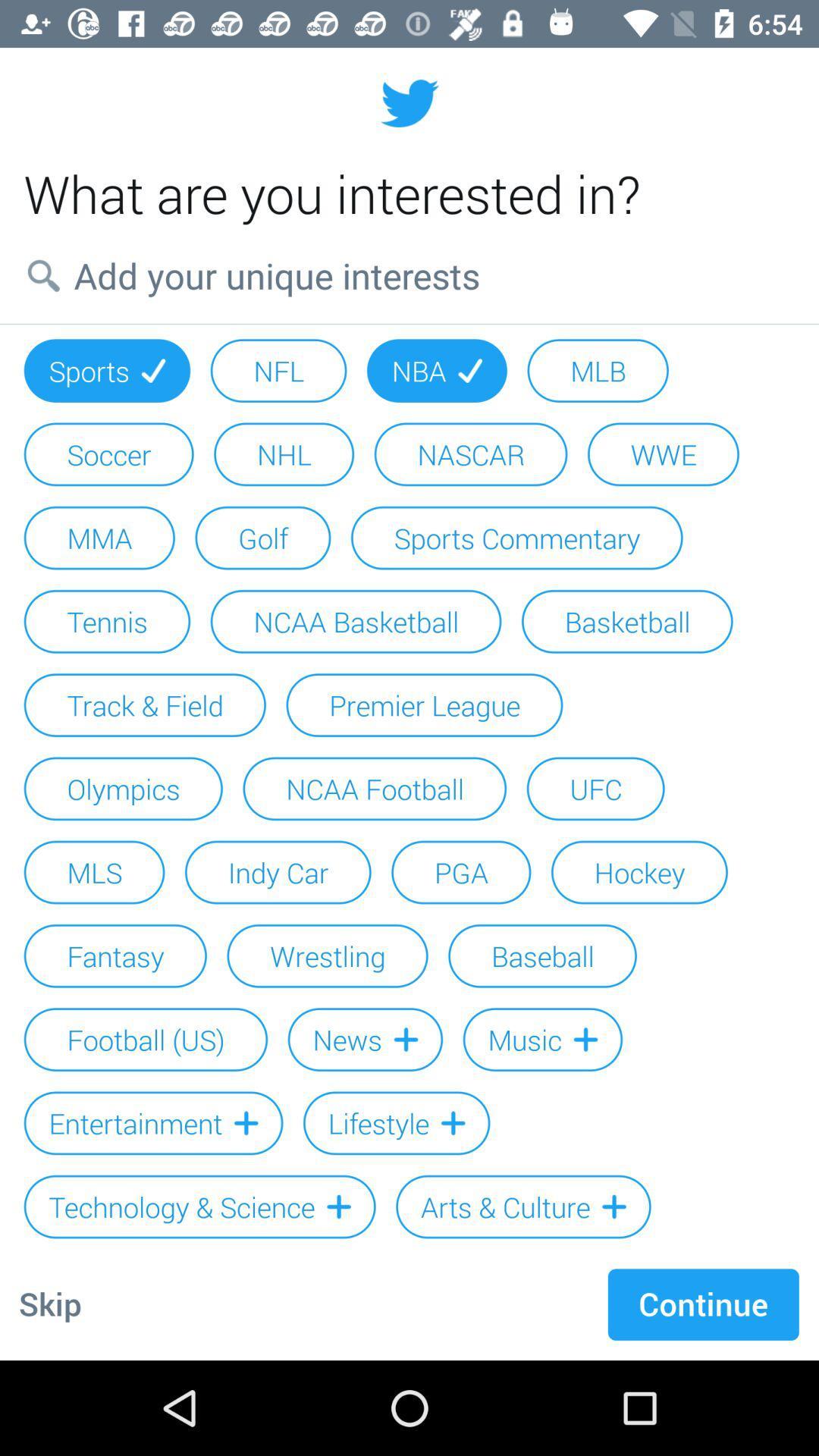  I want to click on icon below soccer, so click(99, 538).